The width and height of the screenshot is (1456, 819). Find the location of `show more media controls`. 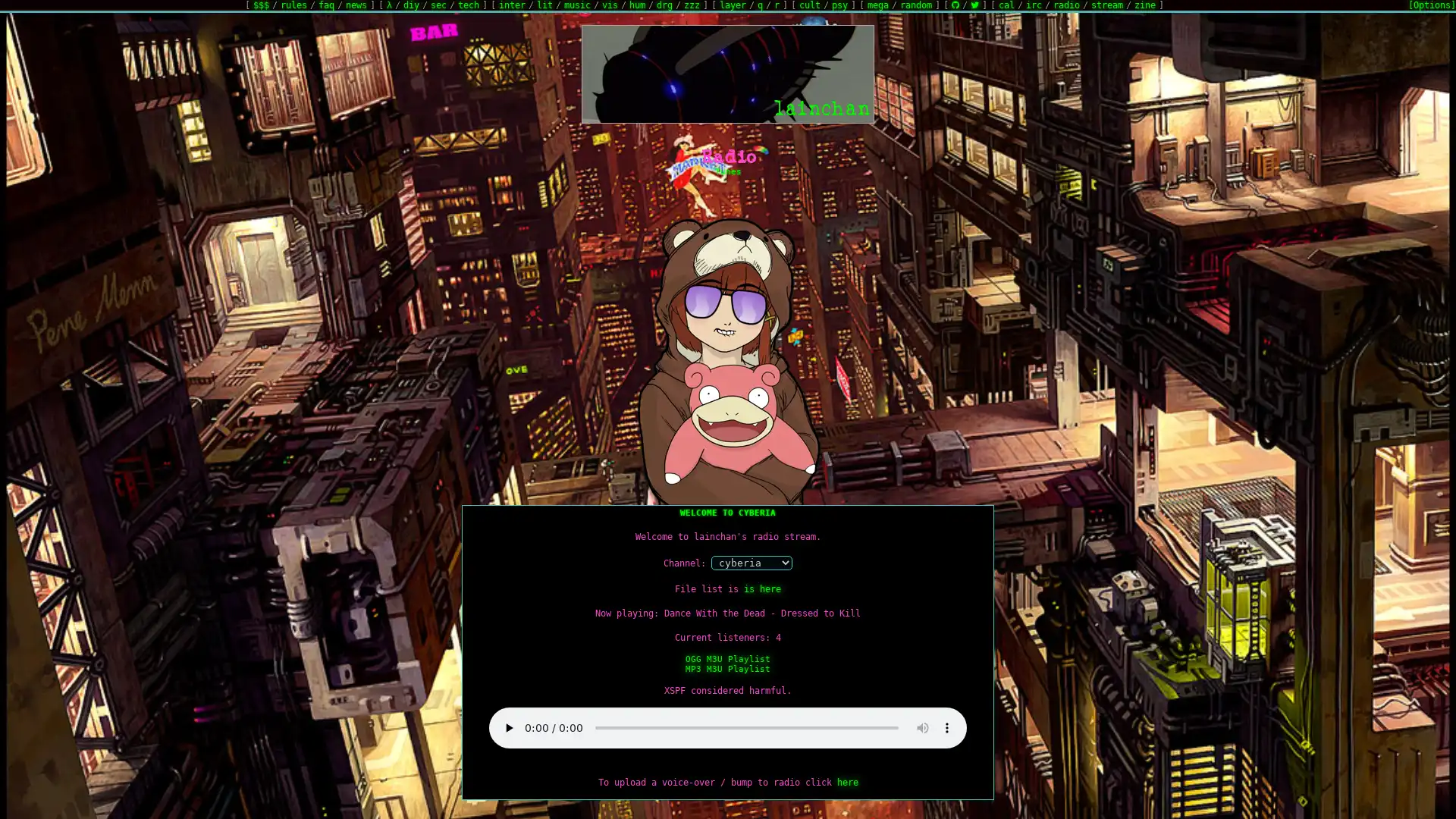

show more media controls is located at coordinates (946, 727).